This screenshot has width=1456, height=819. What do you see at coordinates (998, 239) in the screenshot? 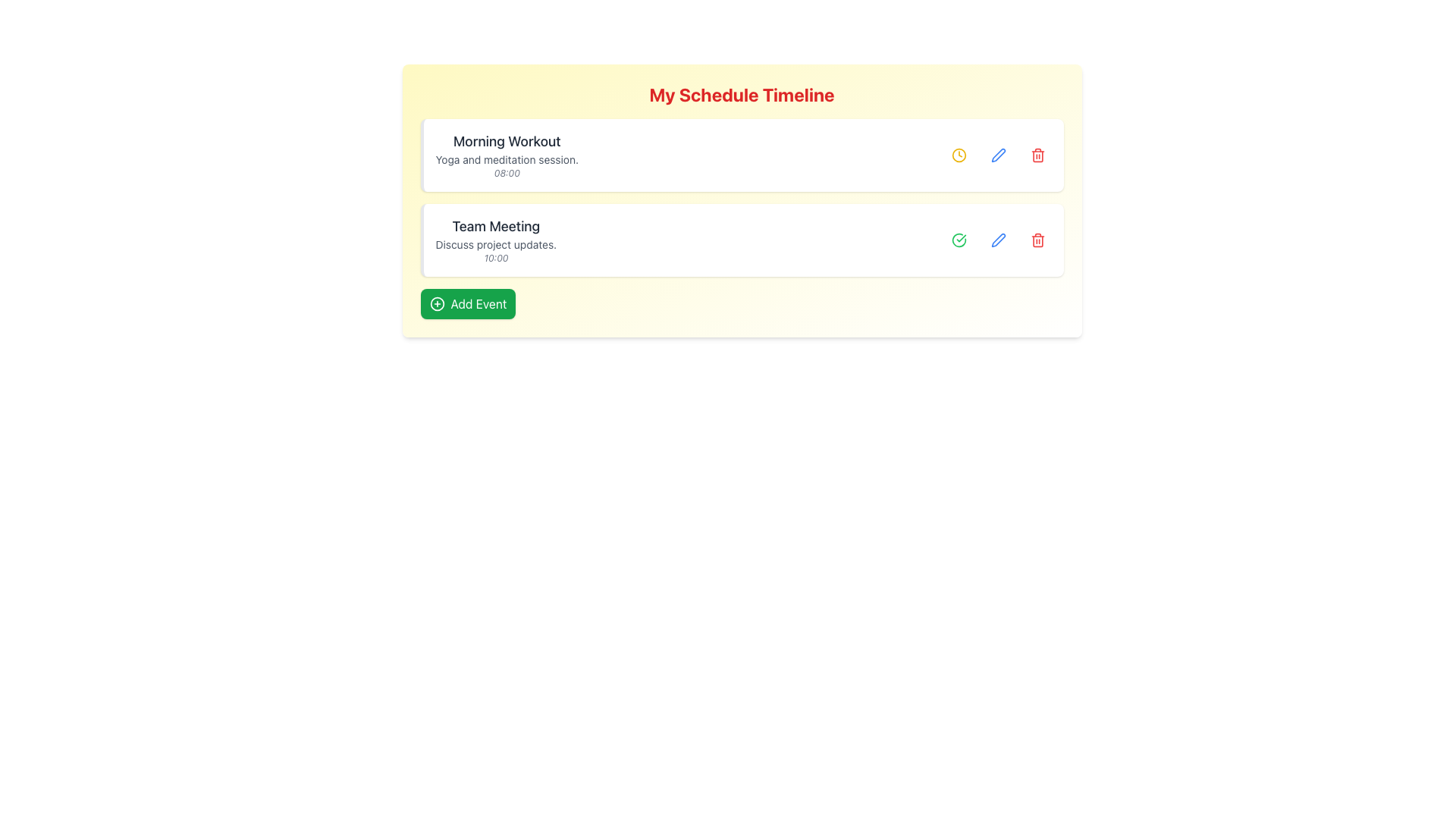
I see `the edit button located in the lower task card labeled 'Team Meeting', which is positioned just to the left of a red trash bin icon` at bounding box center [998, 239].